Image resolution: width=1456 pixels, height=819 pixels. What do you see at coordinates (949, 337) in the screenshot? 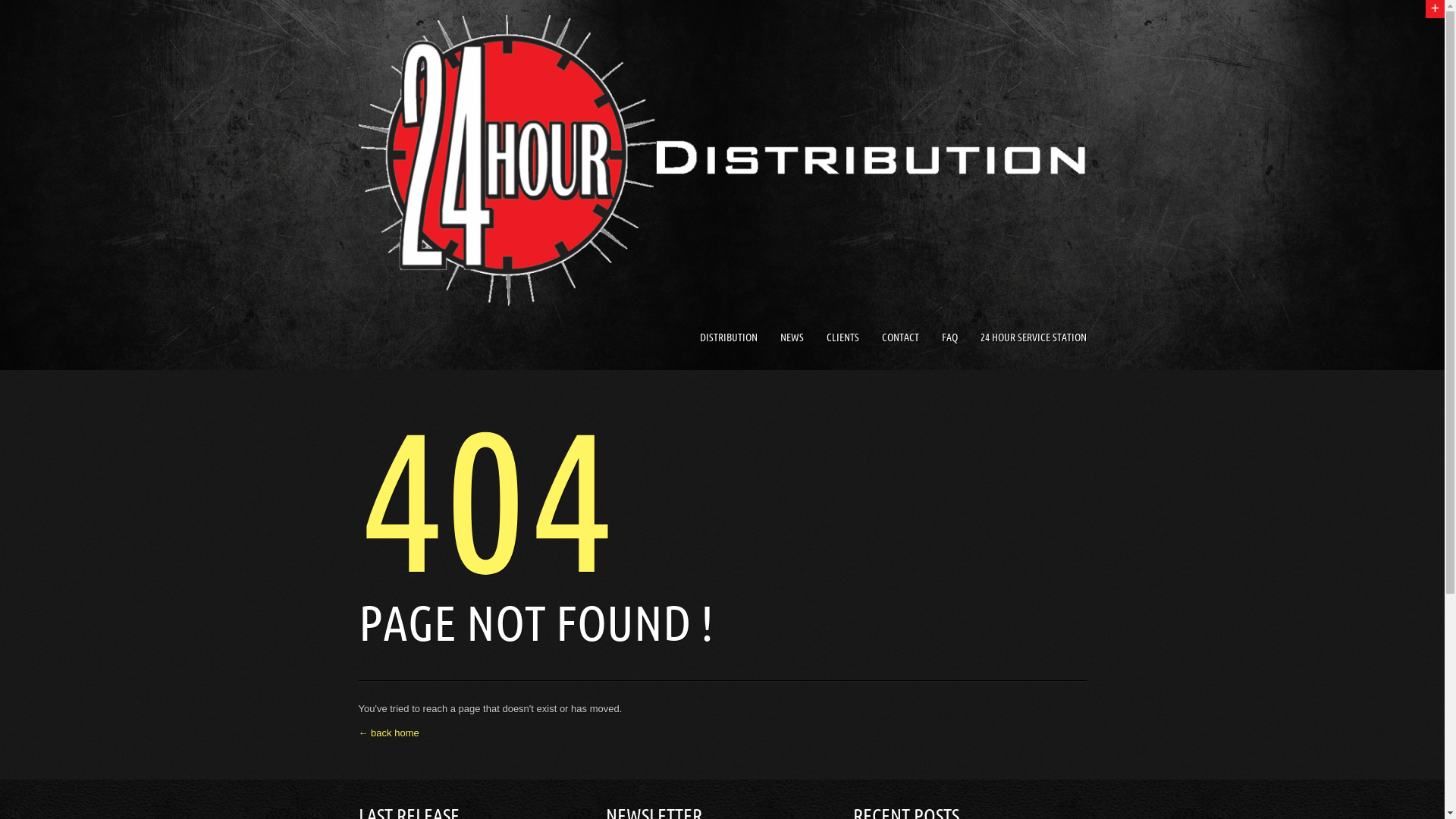
I see `'FAQ'` at bounding box center [949, 337].